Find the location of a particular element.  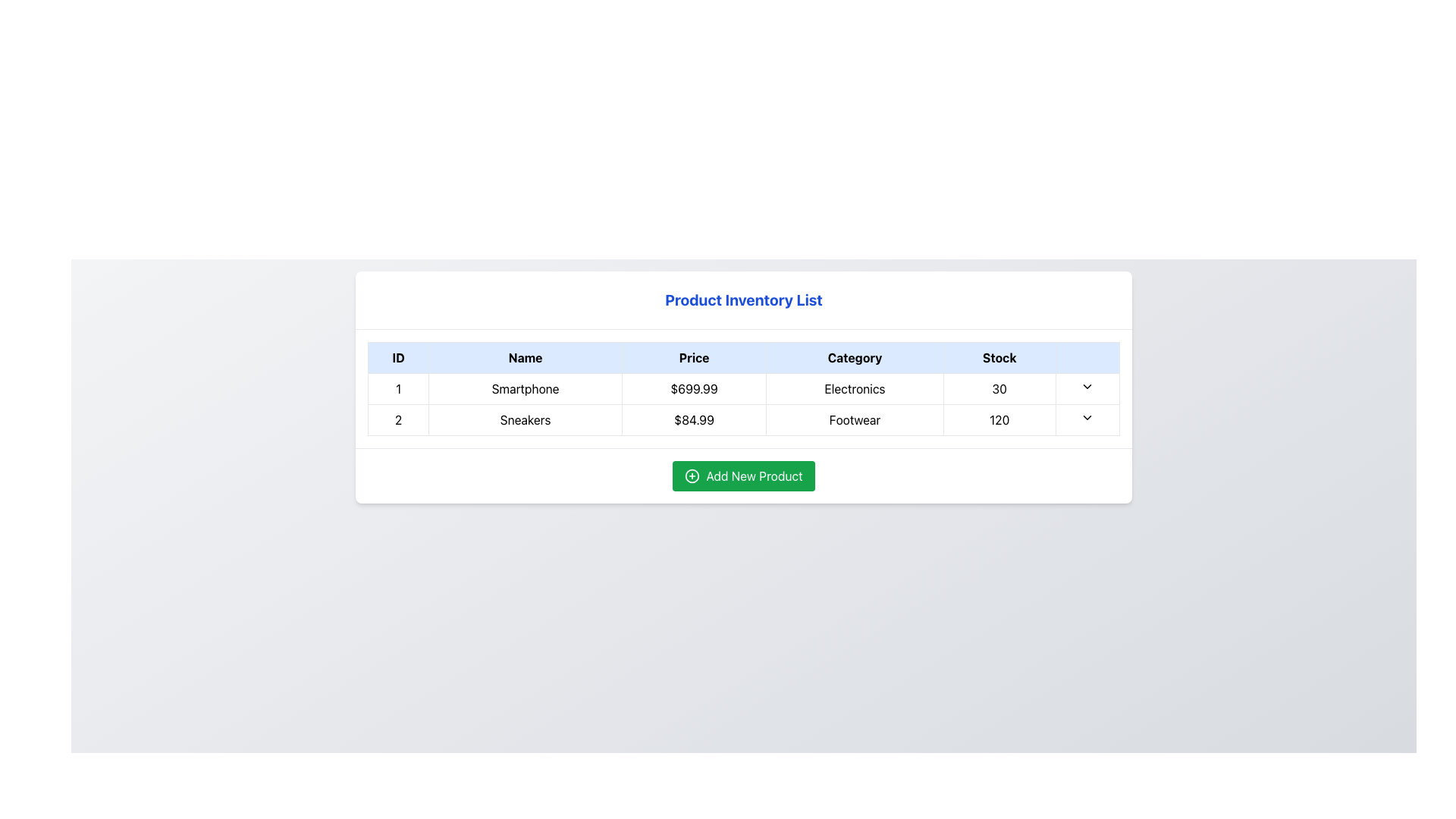

text displayed in the 'Smartphone' text label located in the middle of the first row under the 'Name' column header is located at coordinates (526, 388).